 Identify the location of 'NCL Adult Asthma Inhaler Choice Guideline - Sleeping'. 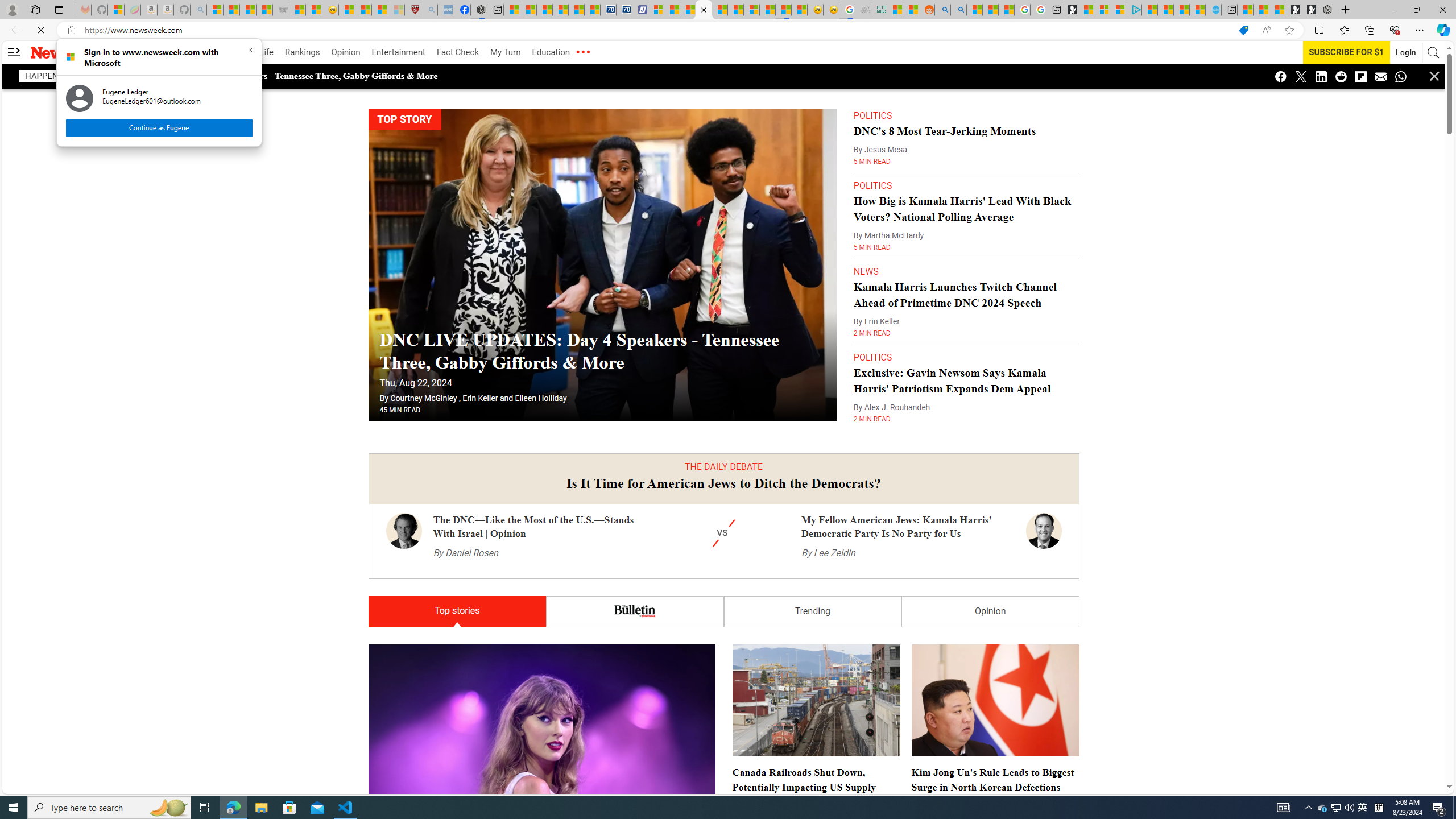
(445, 9).